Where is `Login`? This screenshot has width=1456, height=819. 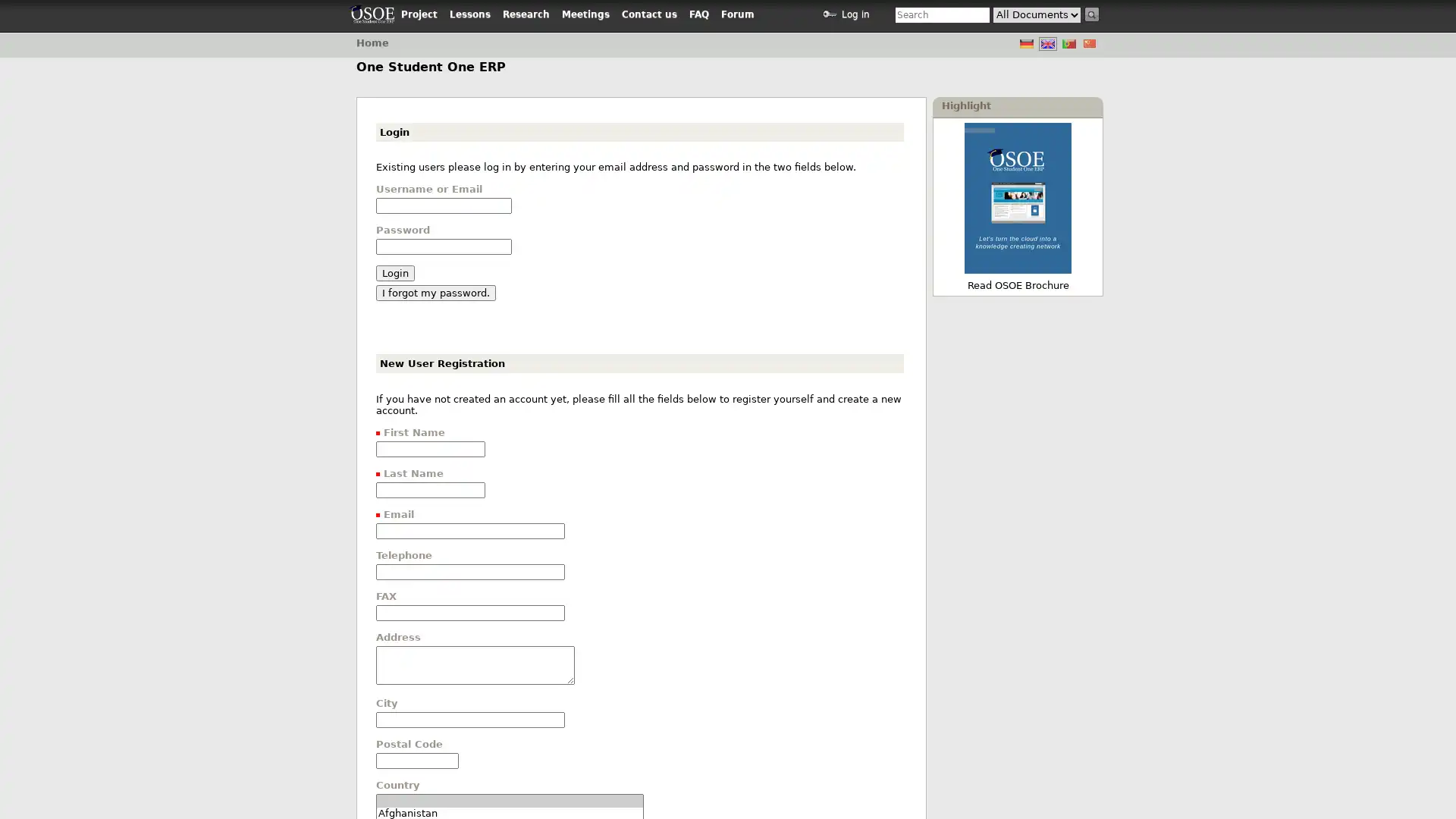 Login is located at coordinates (395, 273).